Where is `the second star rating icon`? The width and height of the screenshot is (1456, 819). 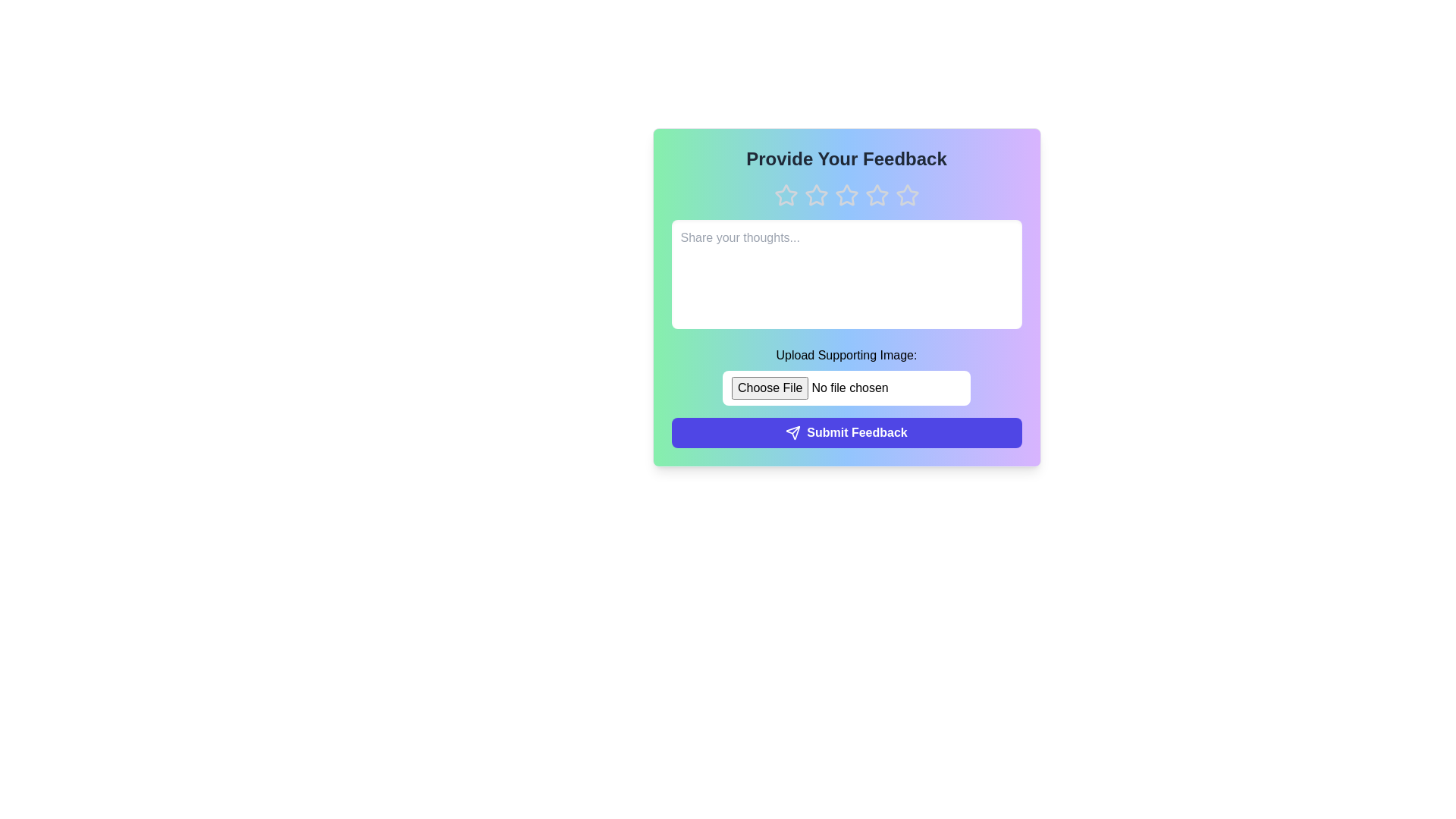 the second star rating icon is located at coordinates (815, 194).